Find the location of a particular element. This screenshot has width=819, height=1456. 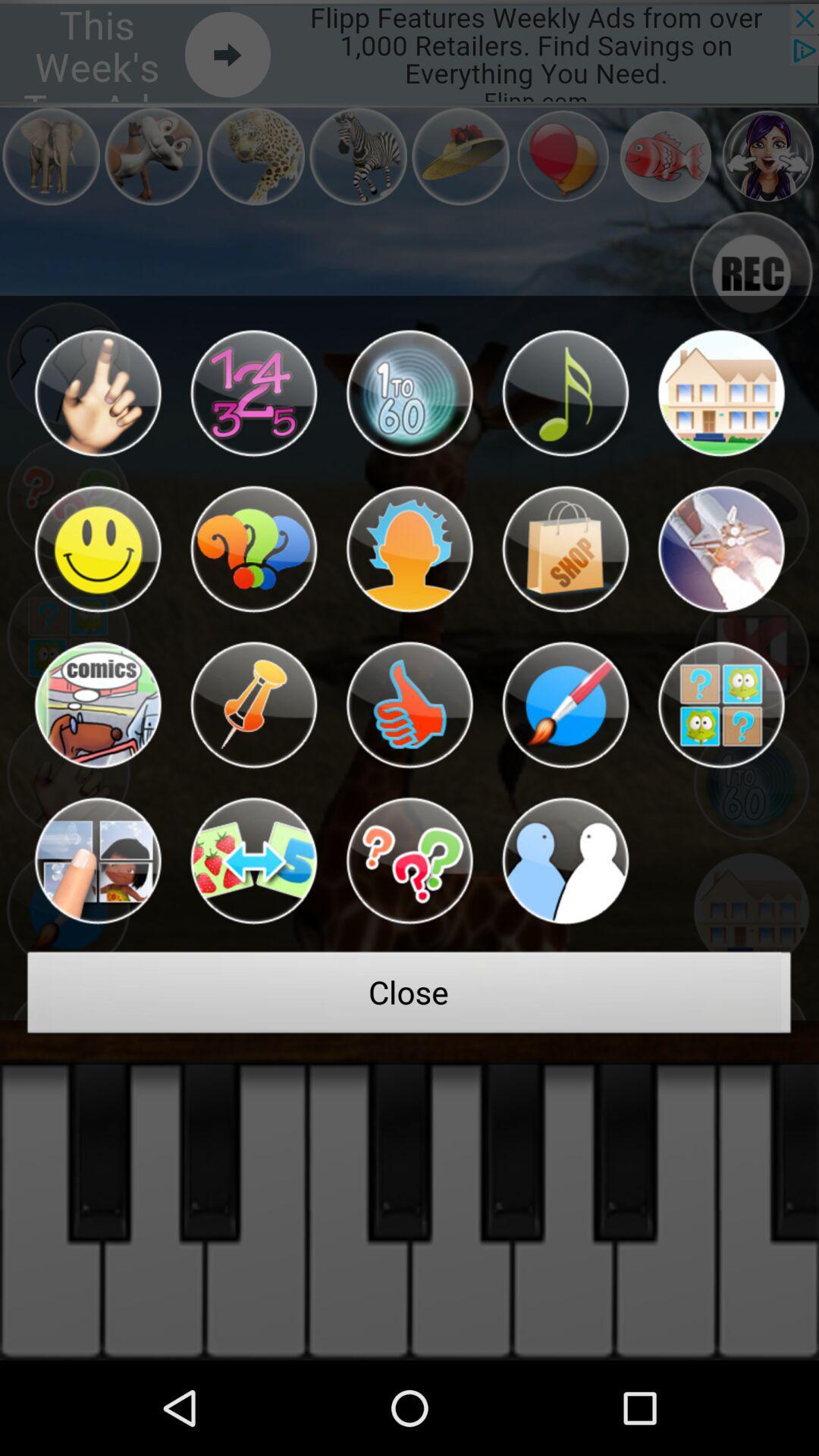

game option numbers is located at coordinates (409, 393).